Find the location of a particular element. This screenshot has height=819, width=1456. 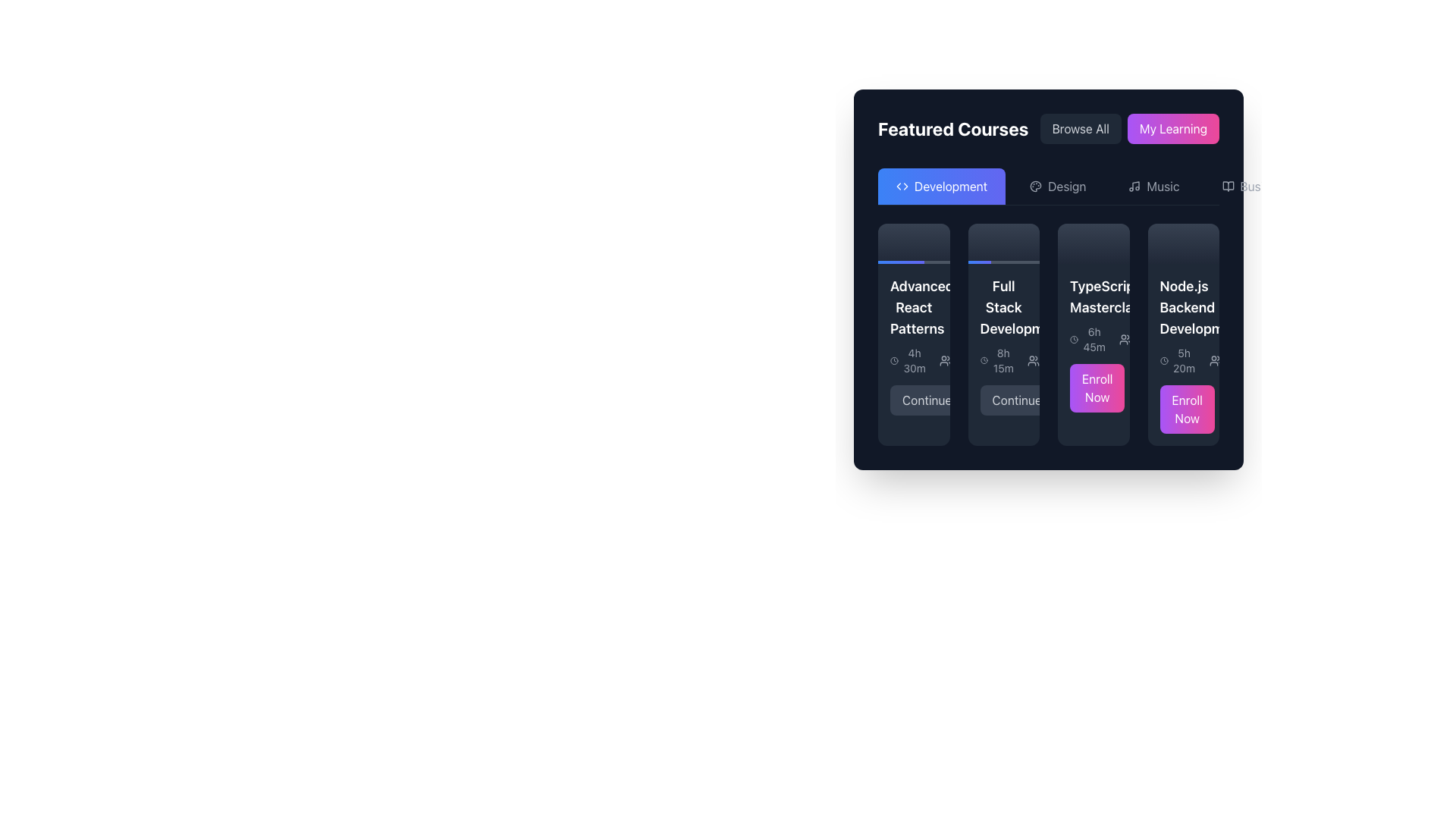

the clock SVG icon that visually represents the time duration ('4h 30m') in the 'Featured Courses' section, located at the top-left corner of the first card is located at coordinates (894, 361).